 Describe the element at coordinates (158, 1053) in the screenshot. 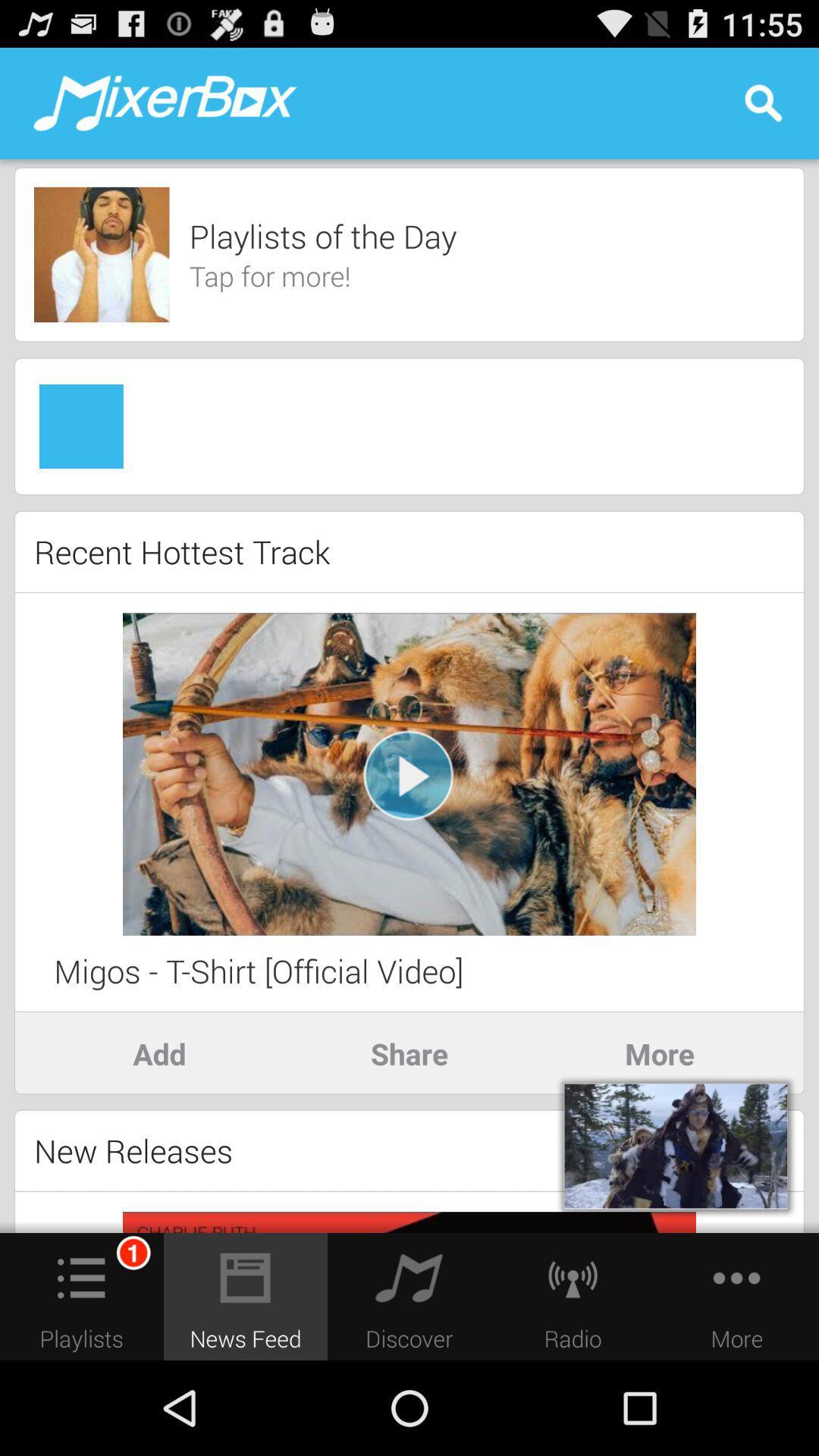

I see `add` at that location.